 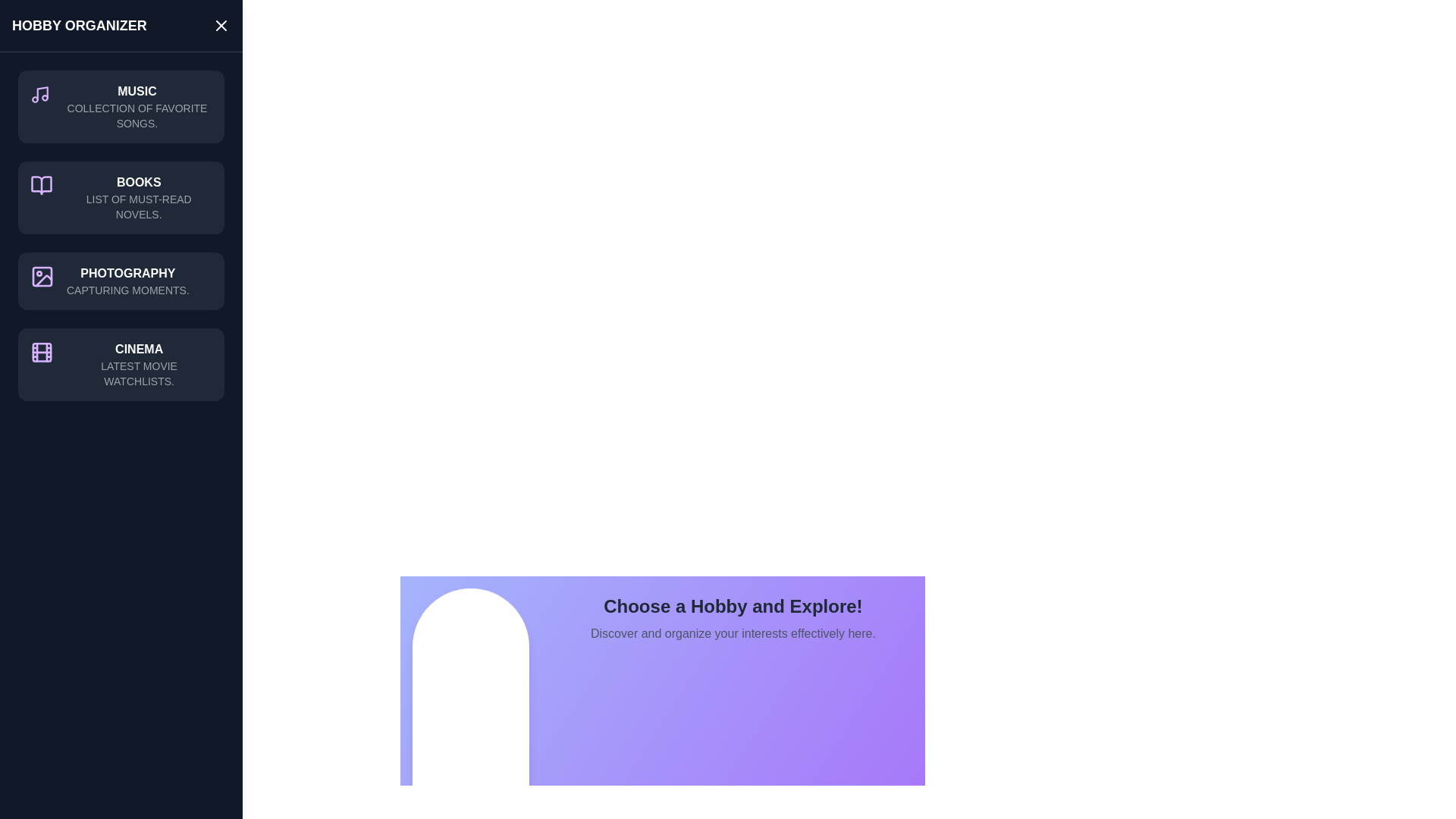 I want to click on the Cinema hobby category in the list, so click(x=120, y=365).